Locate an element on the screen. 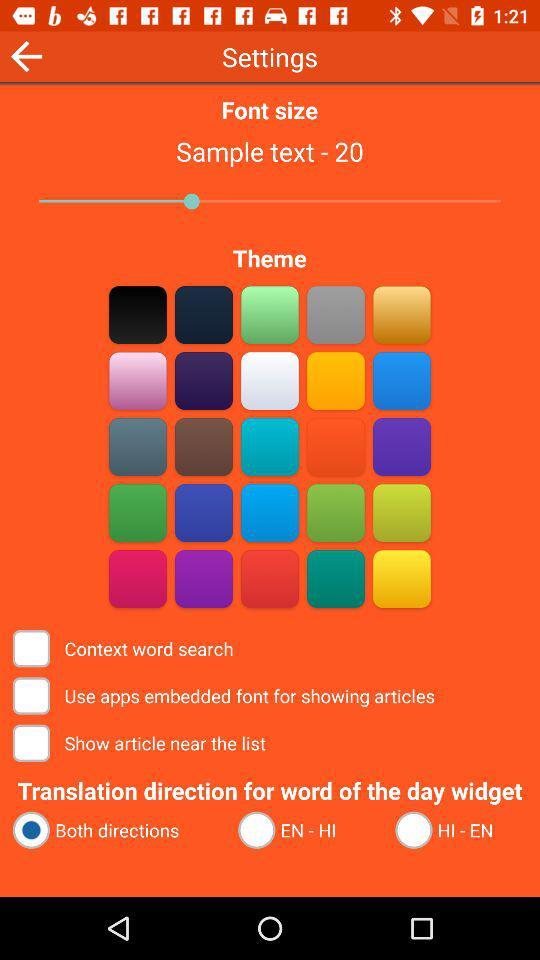  a color select option is located at coordinates (335, 314).